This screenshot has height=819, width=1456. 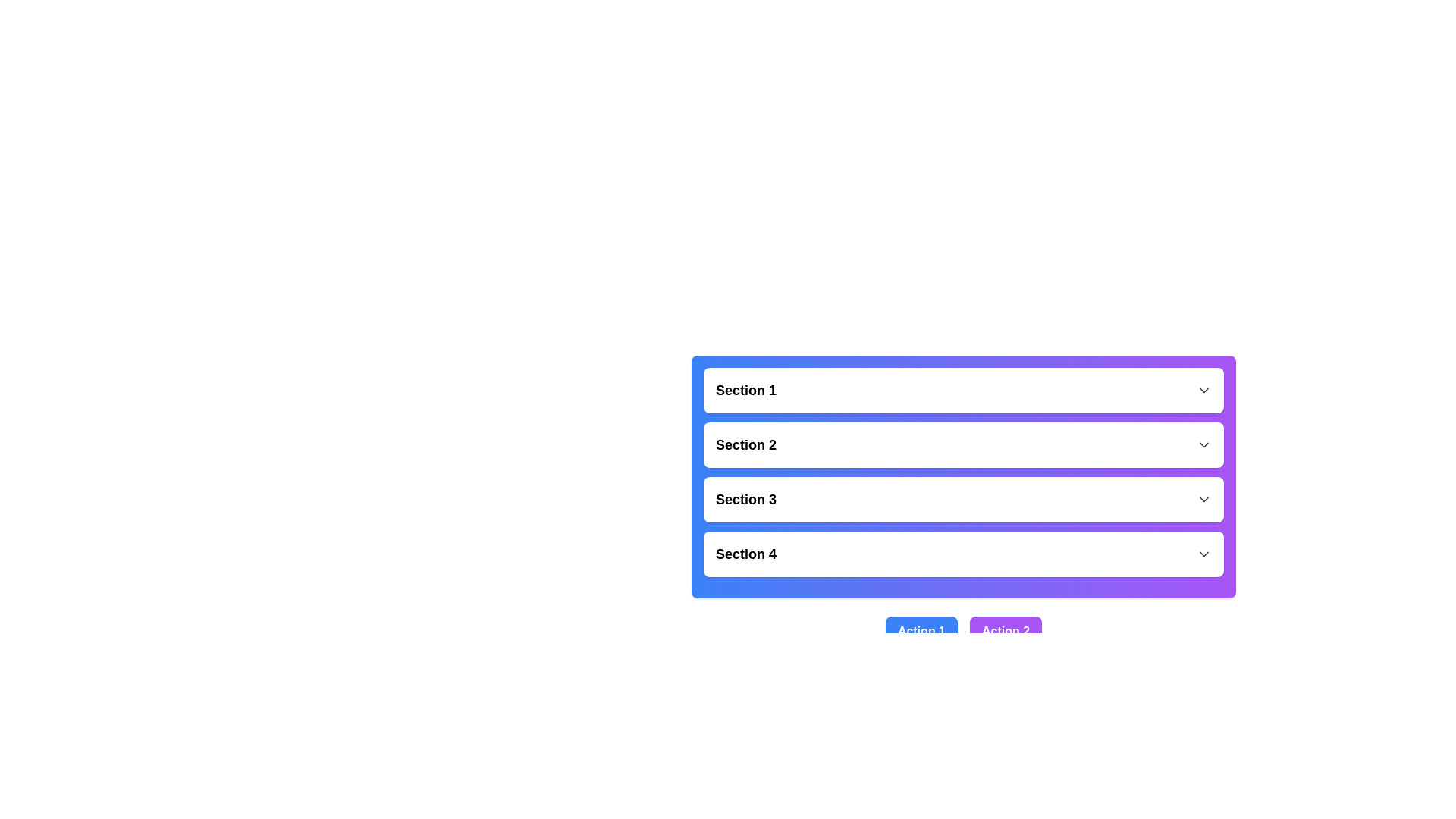 I want to click on the 'Section 2' text label, which is styled in a bold, larger sans-serif font and indicates the title of the second section in a vertically stacked layout, so click(x=745, y=444).